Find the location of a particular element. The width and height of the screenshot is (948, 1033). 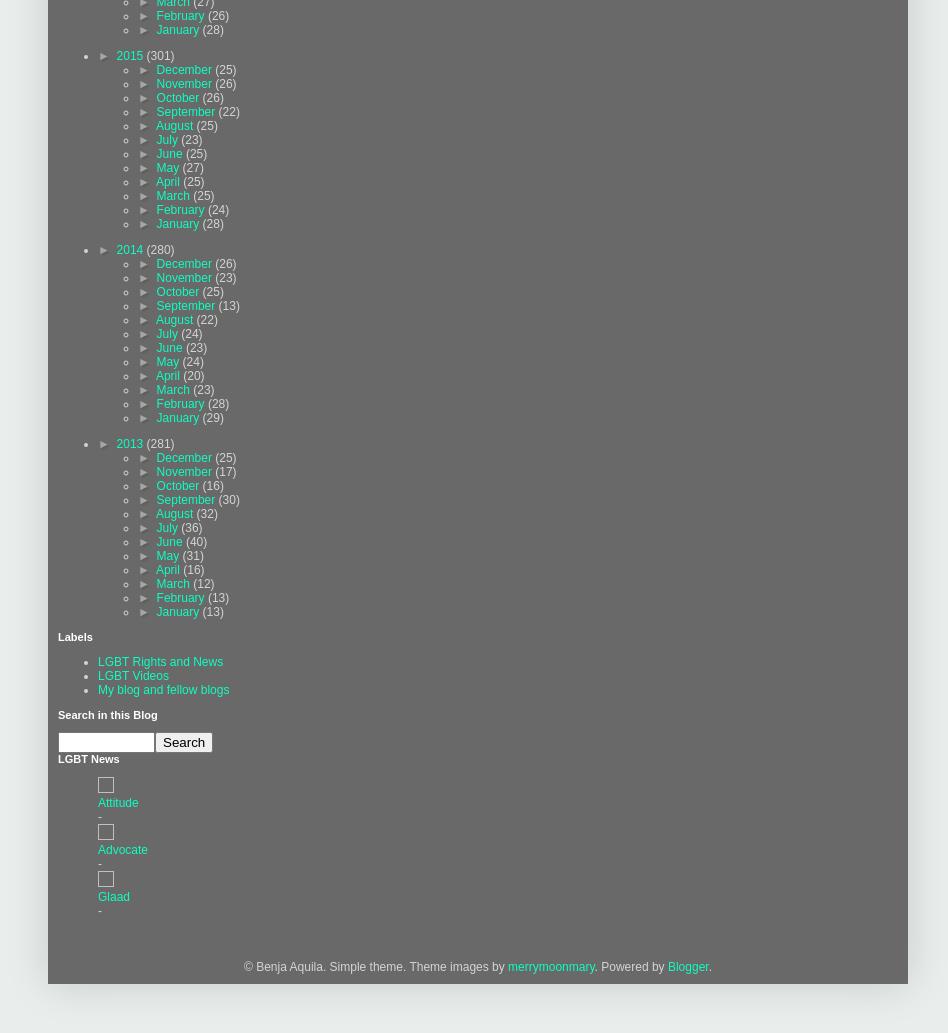

'Advocate' is located at coordinates (121, 849).